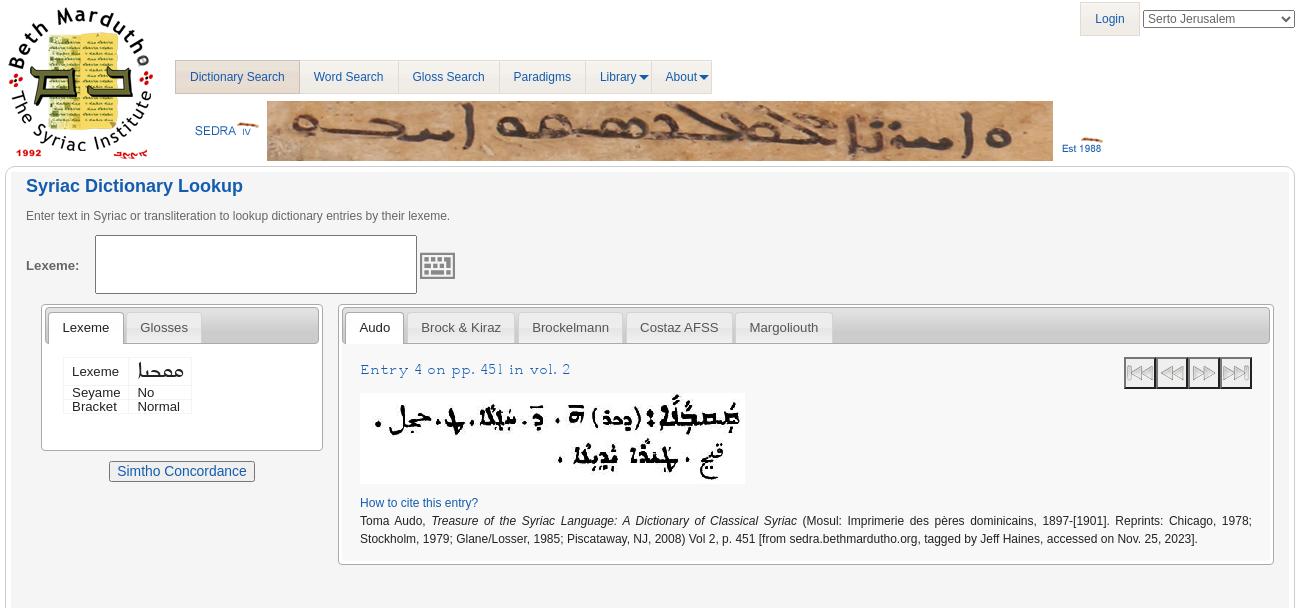 The width and height of the screenshot is (1315, 608). Describe the element at coordinates (570, 327) in the screenshot. I see `'Brockelmann'` at that location.